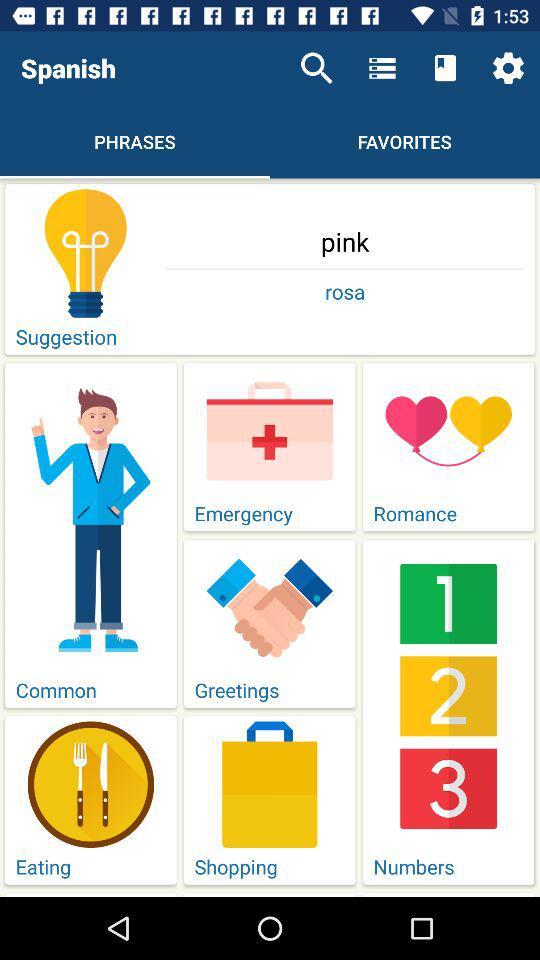 The image size is (540, 960). What do you see at coordinates (316, 68) in the screenshot?
I see `item next to the spanish icon` at bounding box center [316, 68].